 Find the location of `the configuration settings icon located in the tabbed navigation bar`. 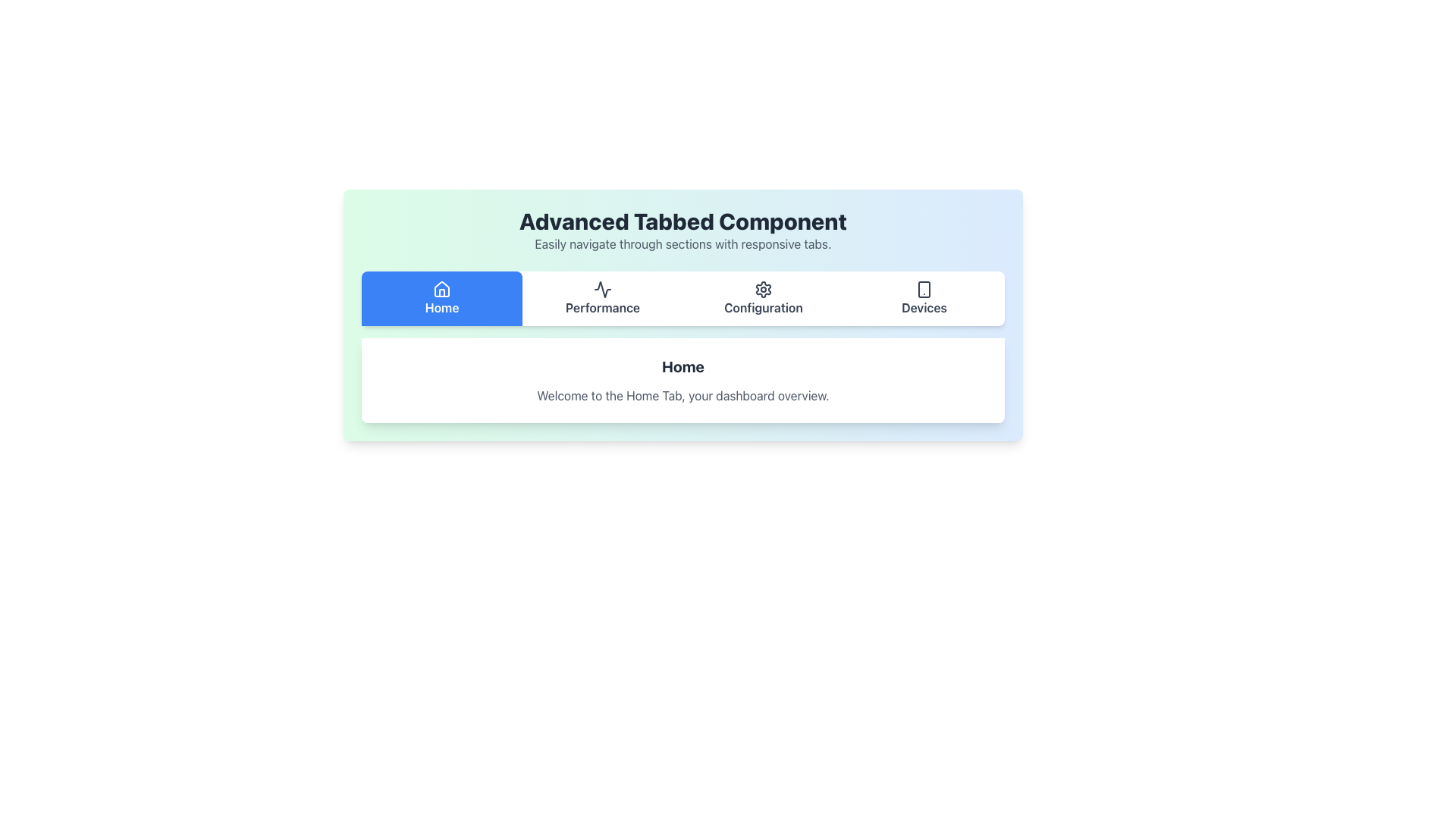

the configuration settings icon located in the tabbed navigation bar is located at coordinates (764, 289).